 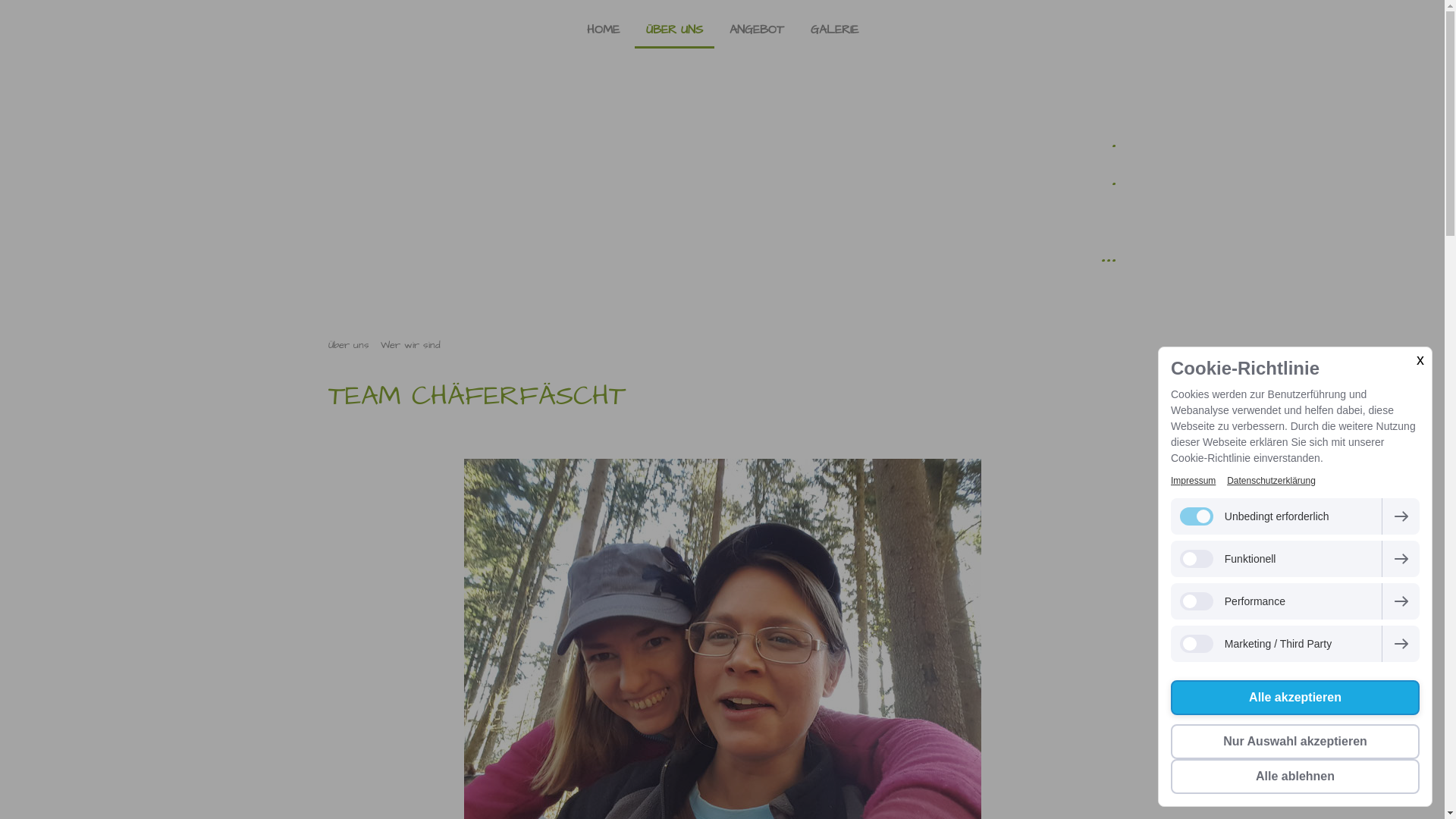 What do you see at coordinates (1294, 776) in the screenshot?
I see `'Alle ablehnen'` at bounding box center [1294, 776].